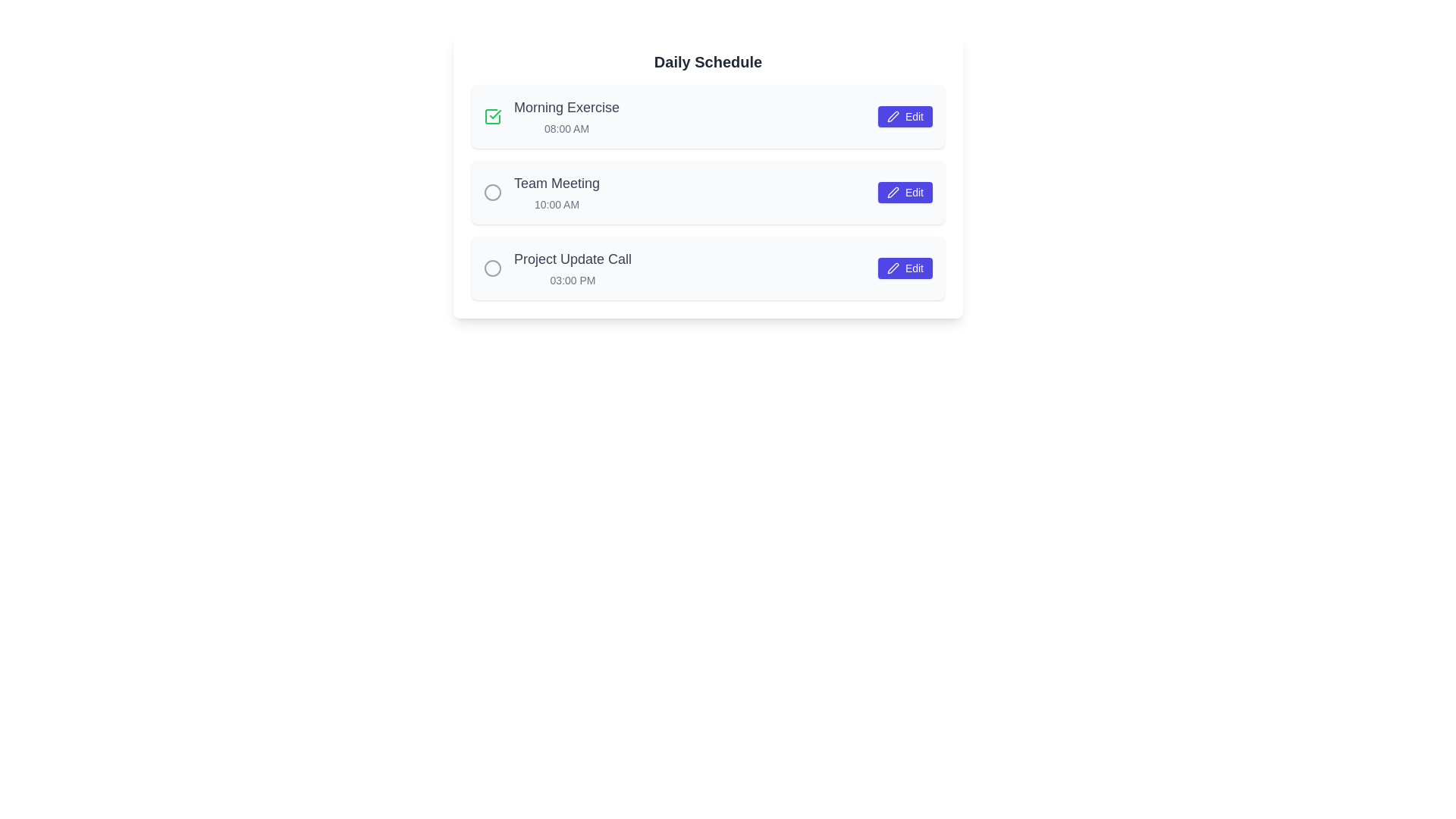  I want to click on the pencil icon located on the 'Edit' button to the far-right of the 'Morning Exercise' task entry, so click(893, 116).